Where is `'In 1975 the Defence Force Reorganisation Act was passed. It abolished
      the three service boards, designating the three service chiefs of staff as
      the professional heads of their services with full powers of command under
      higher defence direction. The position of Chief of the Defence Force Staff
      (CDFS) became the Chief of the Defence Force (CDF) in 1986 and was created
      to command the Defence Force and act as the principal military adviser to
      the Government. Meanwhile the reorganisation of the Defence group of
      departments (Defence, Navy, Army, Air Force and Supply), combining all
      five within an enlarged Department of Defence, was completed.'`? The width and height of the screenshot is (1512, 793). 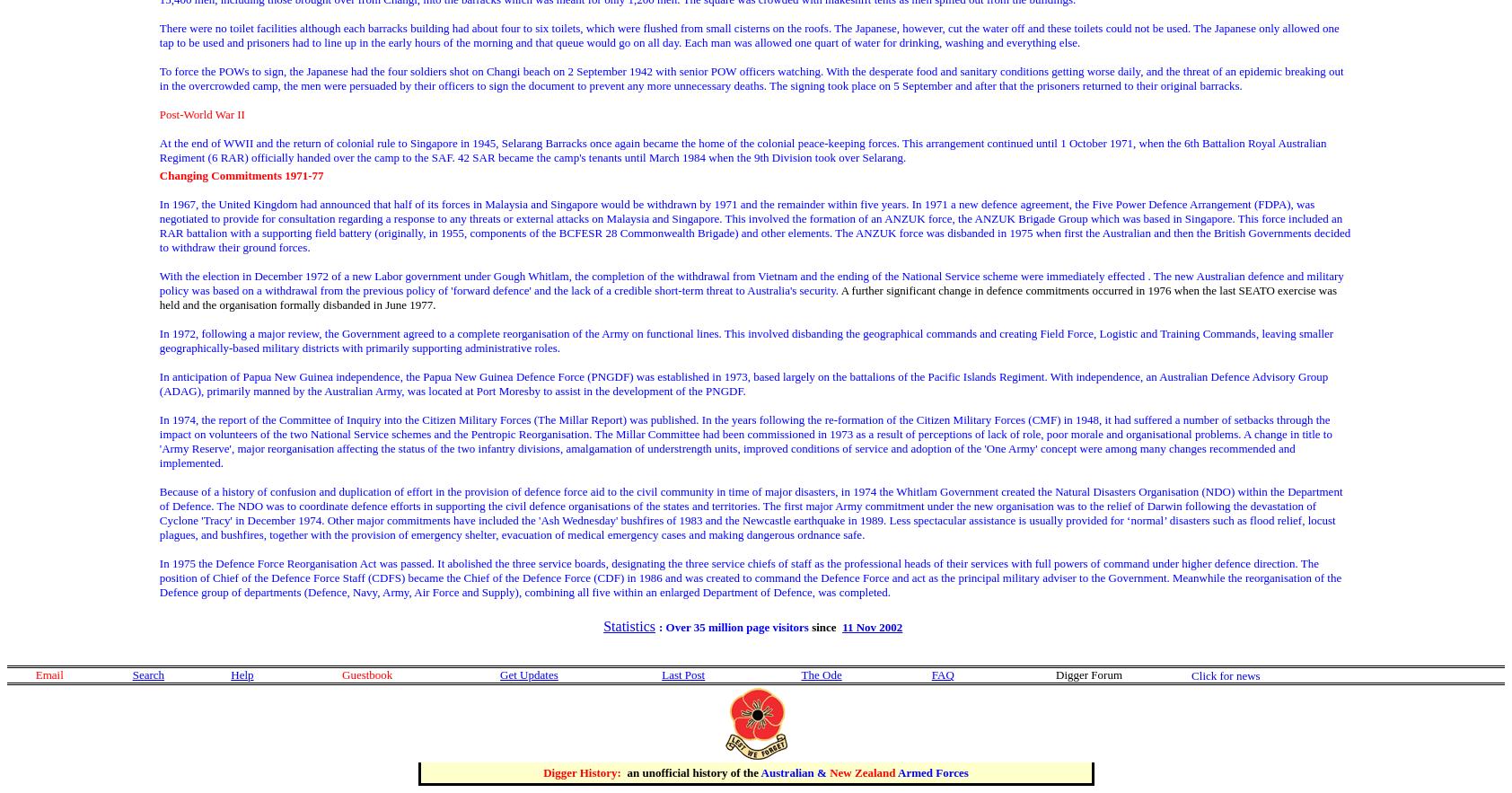 'In 1975 the Defence Force Reorganisation Act was passed. It abolished
      the three service boards, designating the three service chiefs of staff as
      the professional heads of their services with full powers of command under
      higher defence direction. The position of Chief of the Defence Force Staff
      (CDFS) became the Chief of the Defence Force (CDF) in 1986 and was created
      to command the Defence Force and act as the principal military adviser to
      the Government. Meanwhile the reorganisation of the Defence group of
      departments (Defence, Navy, Army, Air Force and Supply), combining all
      five within an enlarged Department of Defence, was completed.' is located at coordinates (750, 577).